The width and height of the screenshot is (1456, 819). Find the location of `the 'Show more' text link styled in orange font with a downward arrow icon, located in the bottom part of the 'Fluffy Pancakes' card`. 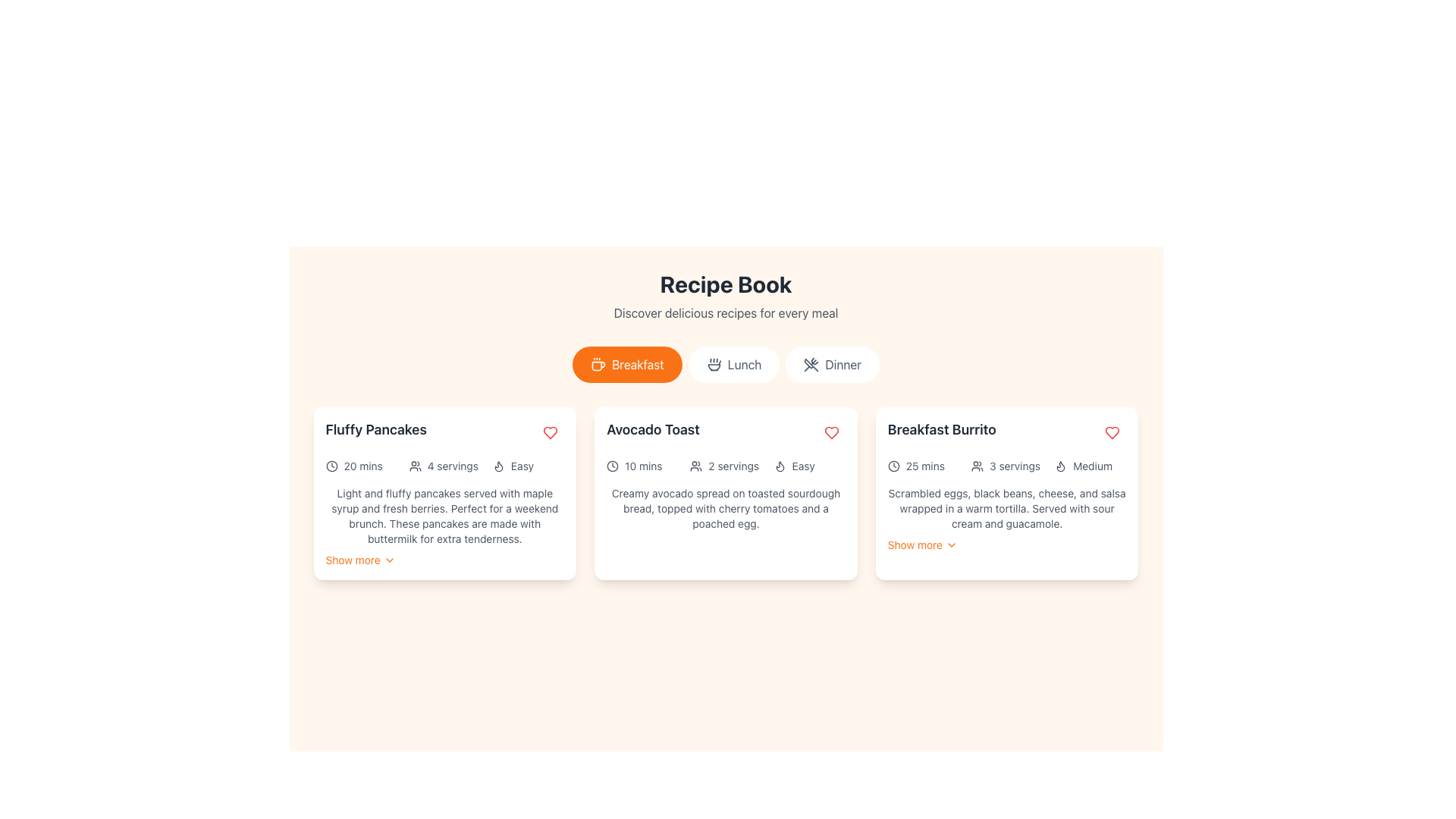

the 'Show more' text link styled in orange font with a downward arrow icon, located in the bottom part of the 'Fluffy Pancakes' card is located at coordinates (359, 560).